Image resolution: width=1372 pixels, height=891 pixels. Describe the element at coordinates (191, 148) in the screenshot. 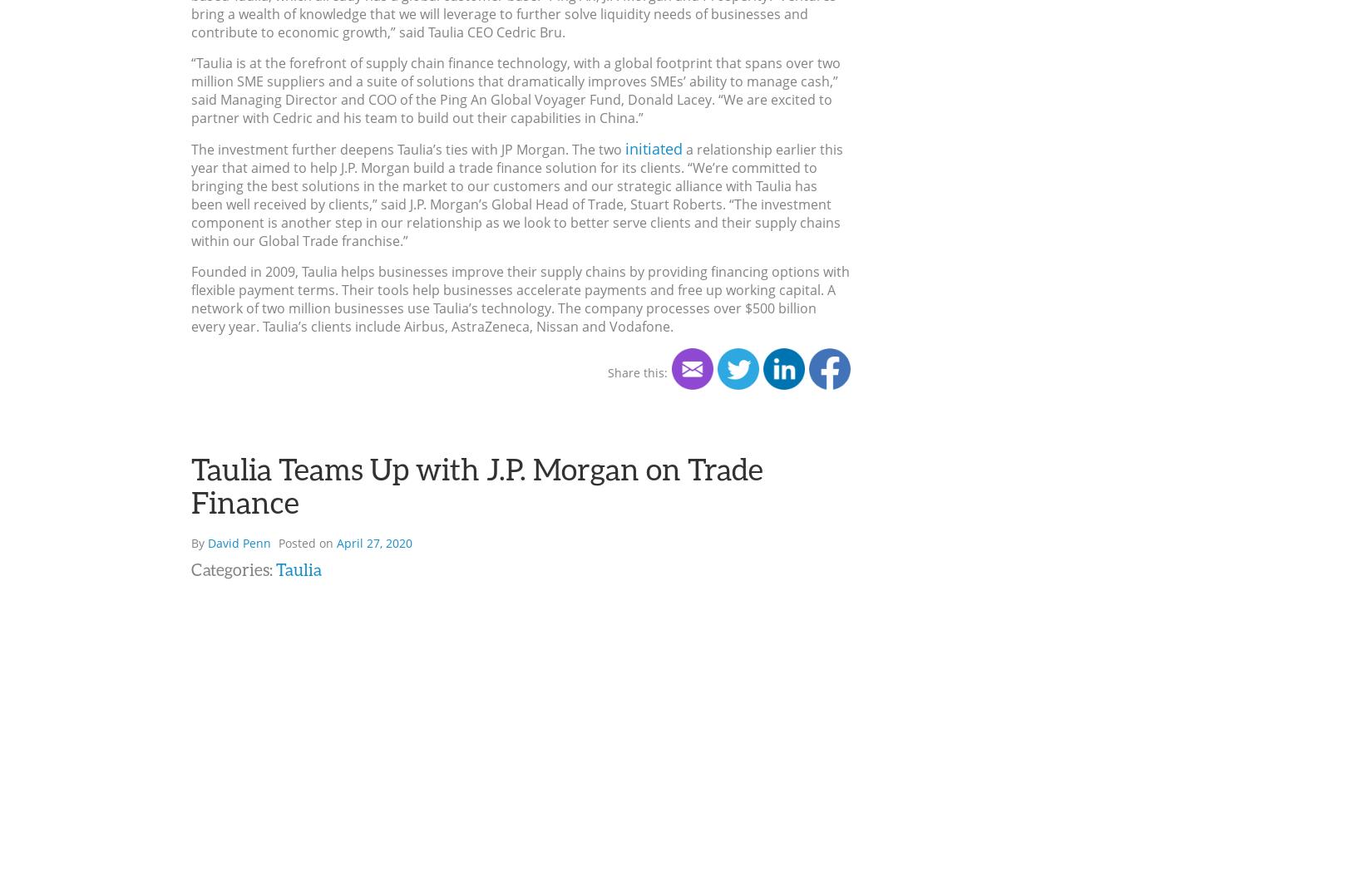

I see `'The investment further deepens Taulia’s ties with JP Morgan. The two'` at that location.